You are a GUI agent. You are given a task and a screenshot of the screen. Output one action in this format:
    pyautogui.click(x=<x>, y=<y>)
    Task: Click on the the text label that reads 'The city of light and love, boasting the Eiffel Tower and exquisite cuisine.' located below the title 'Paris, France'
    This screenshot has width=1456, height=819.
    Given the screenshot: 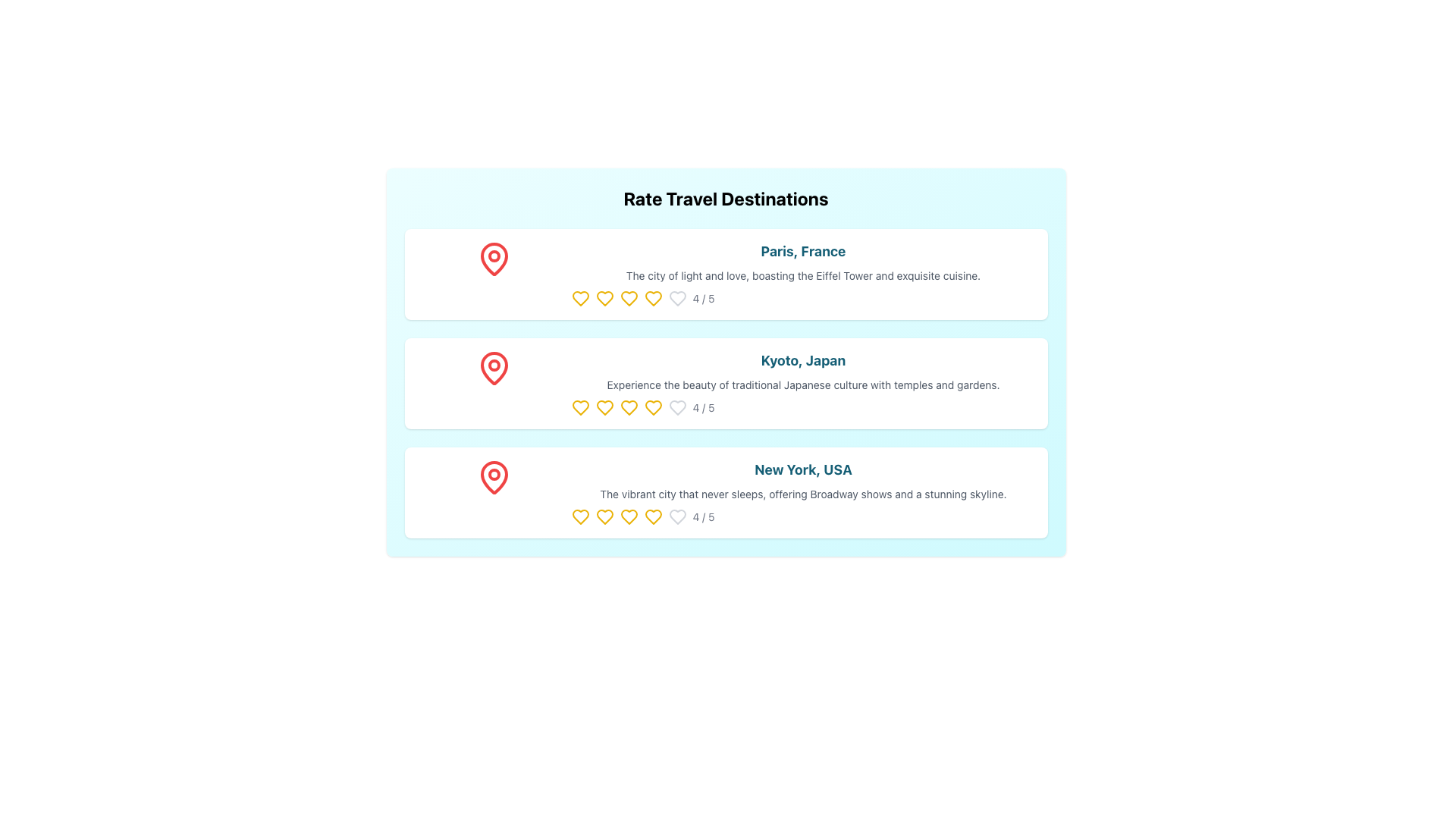 What is the action you would take?
    pyautogui.click(x=802, y=275)
    